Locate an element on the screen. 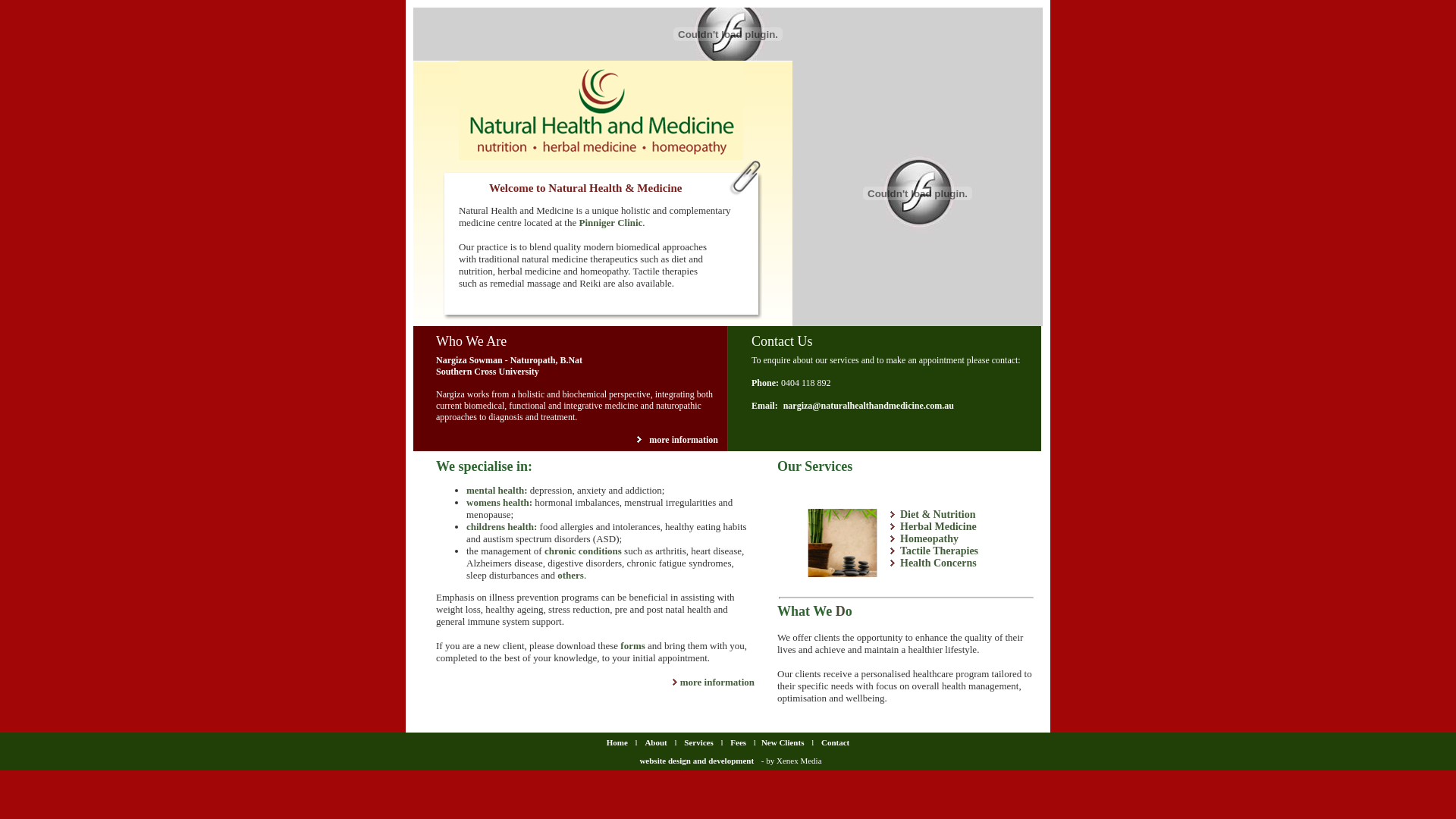 The width and height of the screenshot is (1456, 819). 'Home' is located at coordinates (617, 742).